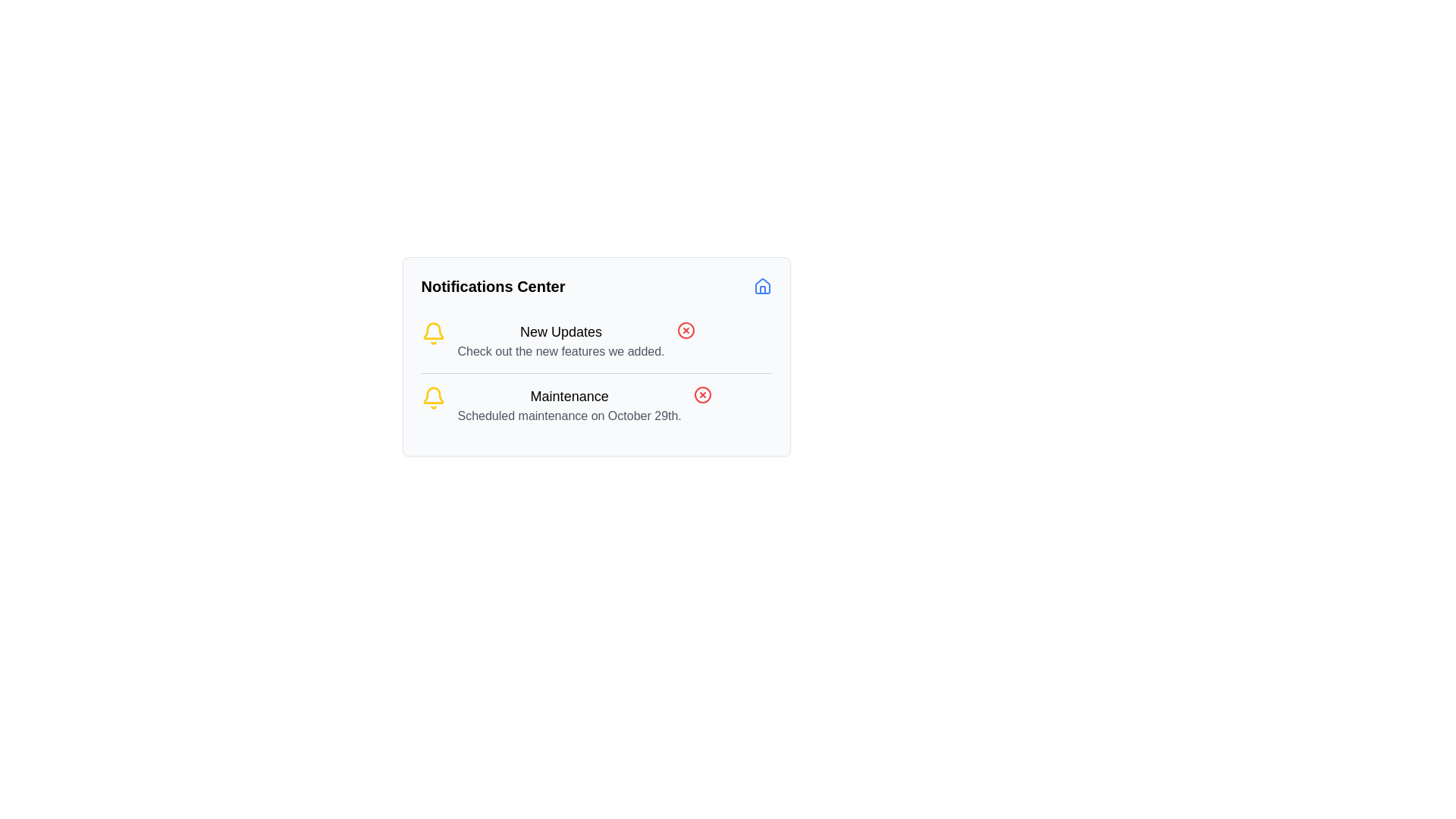  I want to click on the main inner curvature of the bell icon, which is filled in bright yellow and is part of the Notifications Center panel, so click(432, 394).